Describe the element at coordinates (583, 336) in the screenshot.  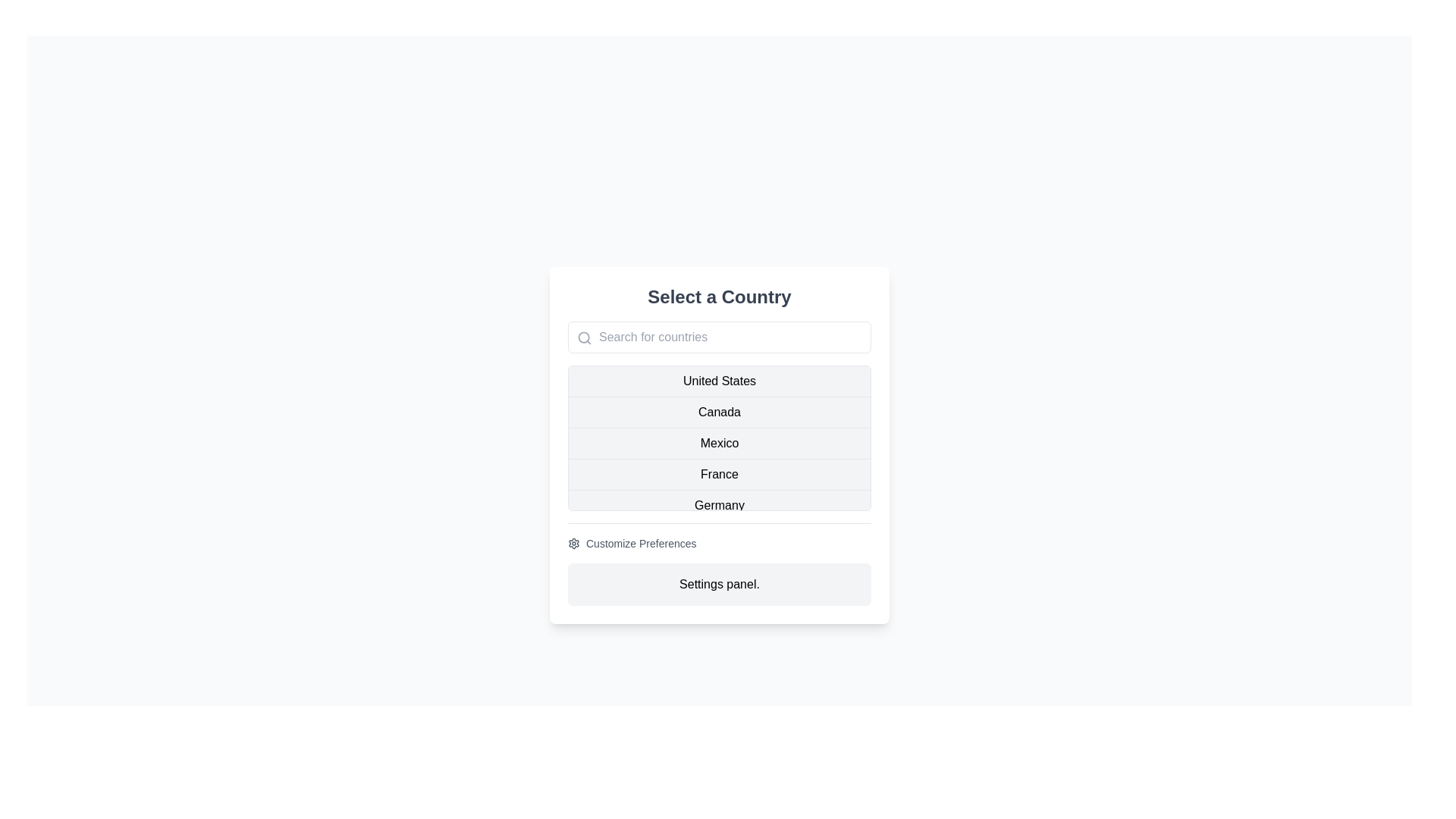
I see `circular graphical shape of the magnifying glass icon located in the top-left corner of the search input box labeled 'Select a Country' for development purposes` at that location.